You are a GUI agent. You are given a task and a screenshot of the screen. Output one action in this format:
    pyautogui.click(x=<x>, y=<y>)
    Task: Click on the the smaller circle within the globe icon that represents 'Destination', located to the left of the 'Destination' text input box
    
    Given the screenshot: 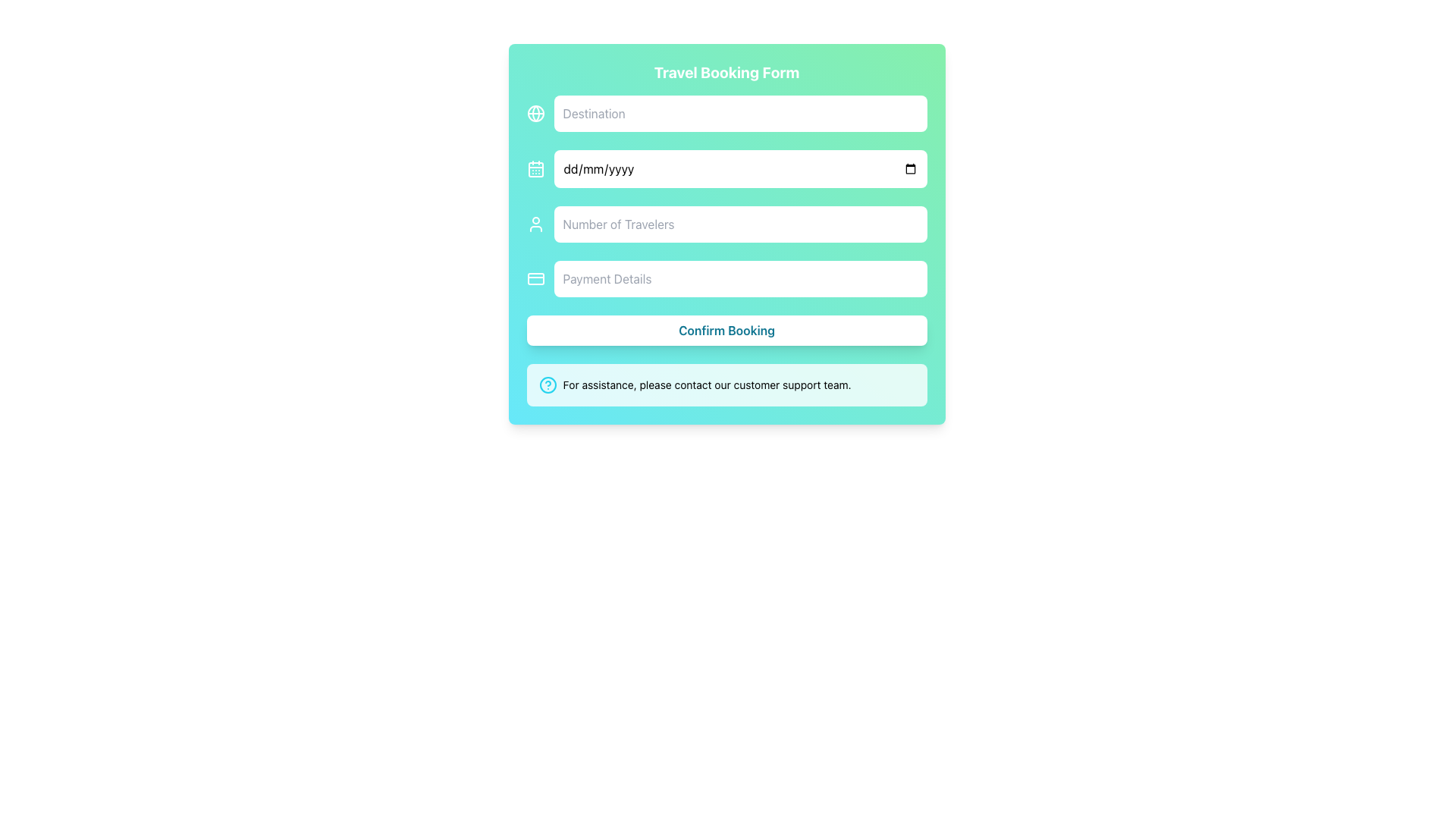 What is the action you would take?
    pyautogui.click(x=535, y=113)
    